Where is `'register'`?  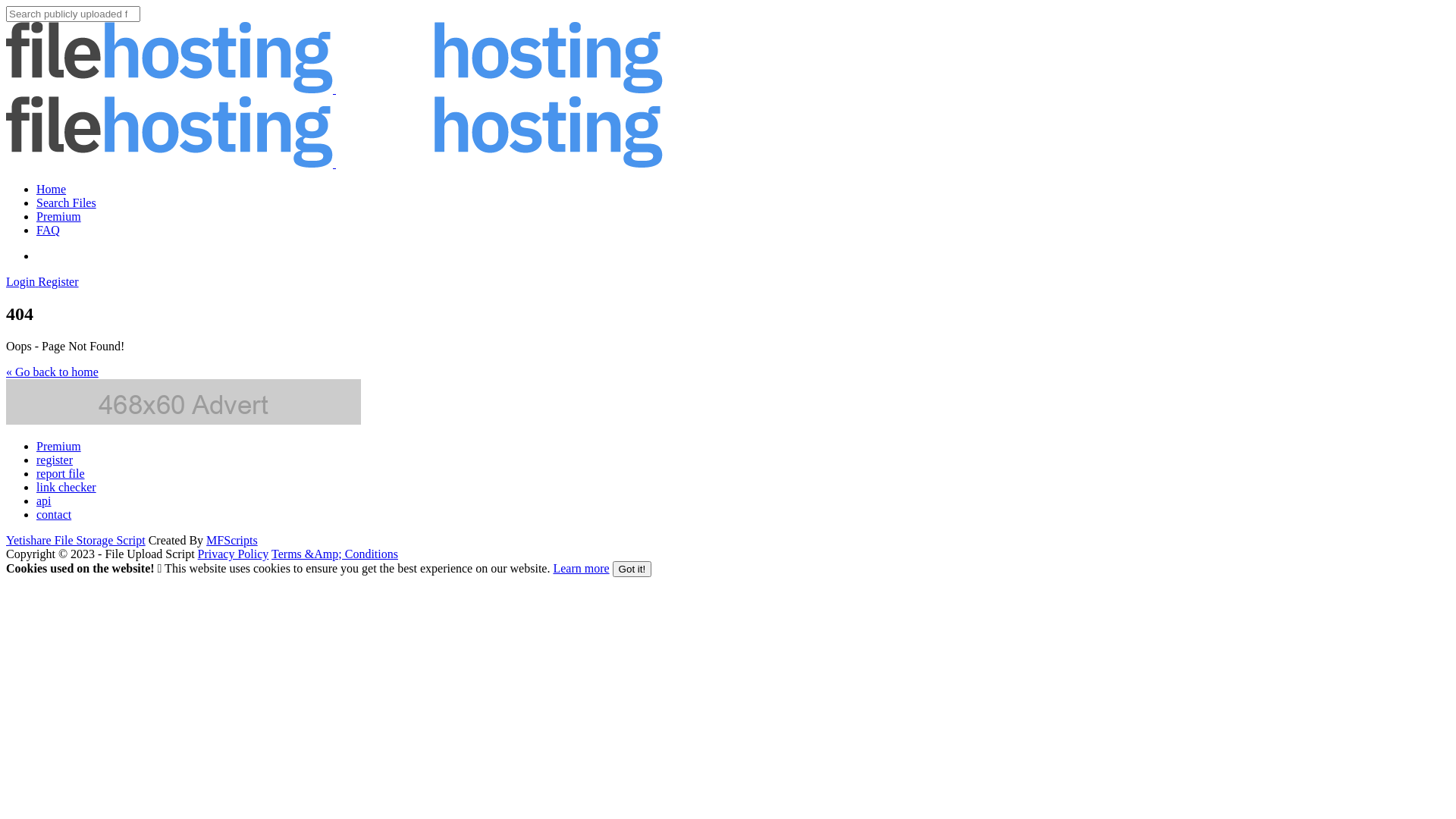
'register' is located at coordinates (36, 459).